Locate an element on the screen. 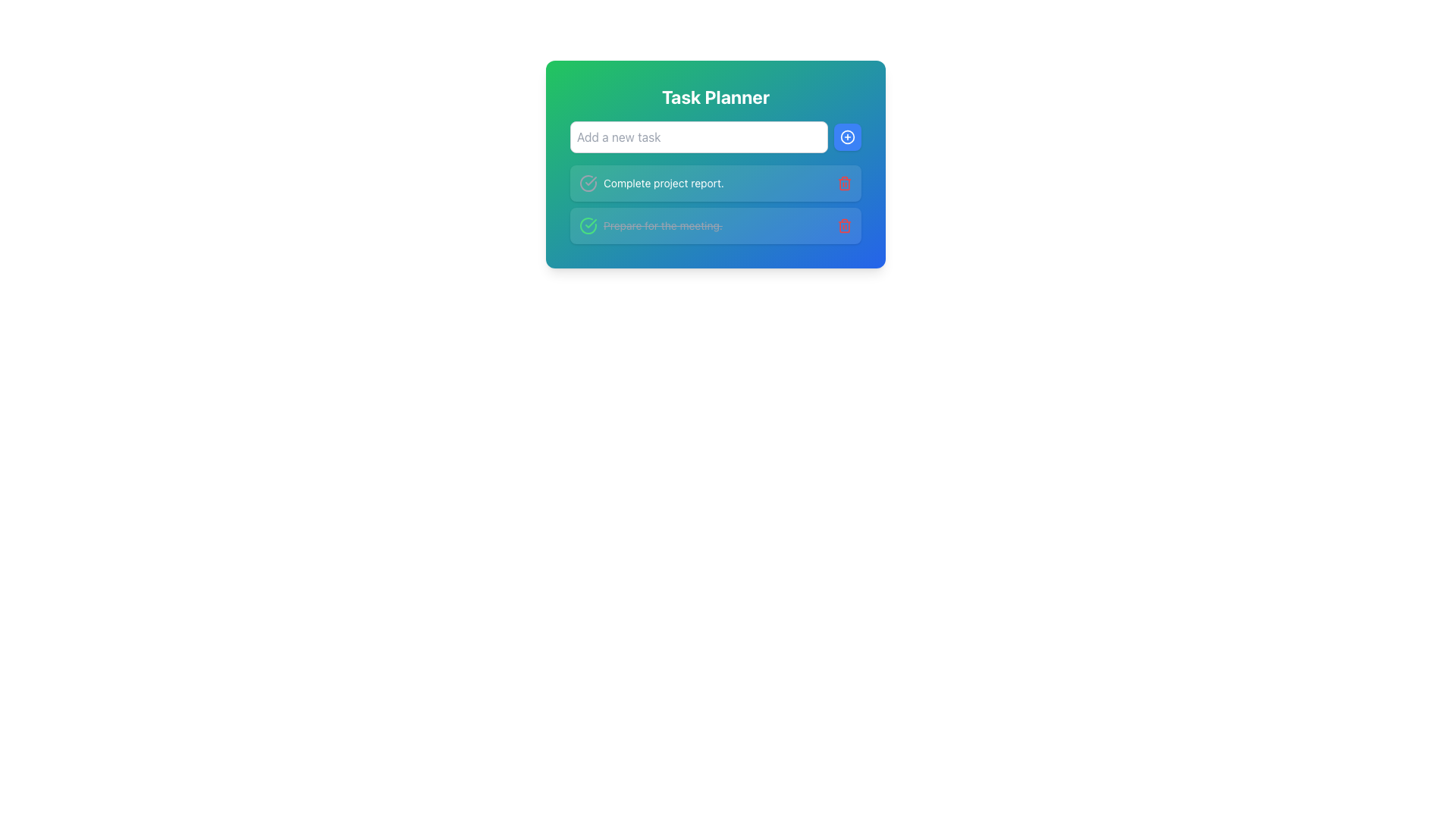 The height and width of the screenshot is (819, 1456). the checkmark indicator icon is located at coordinates (588, 225).